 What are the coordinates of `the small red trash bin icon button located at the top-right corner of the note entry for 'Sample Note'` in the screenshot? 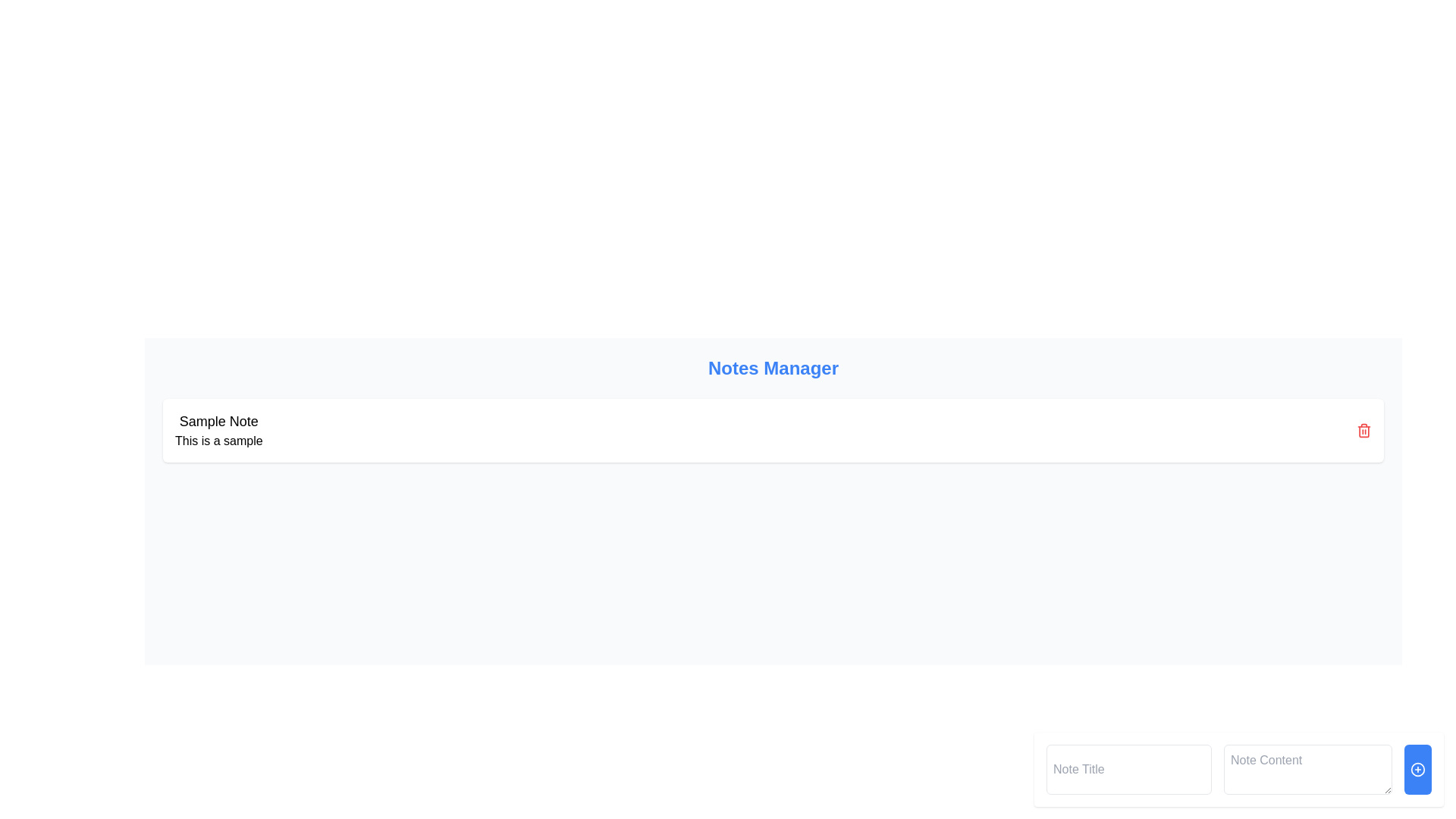 It's located at (1364, 430).